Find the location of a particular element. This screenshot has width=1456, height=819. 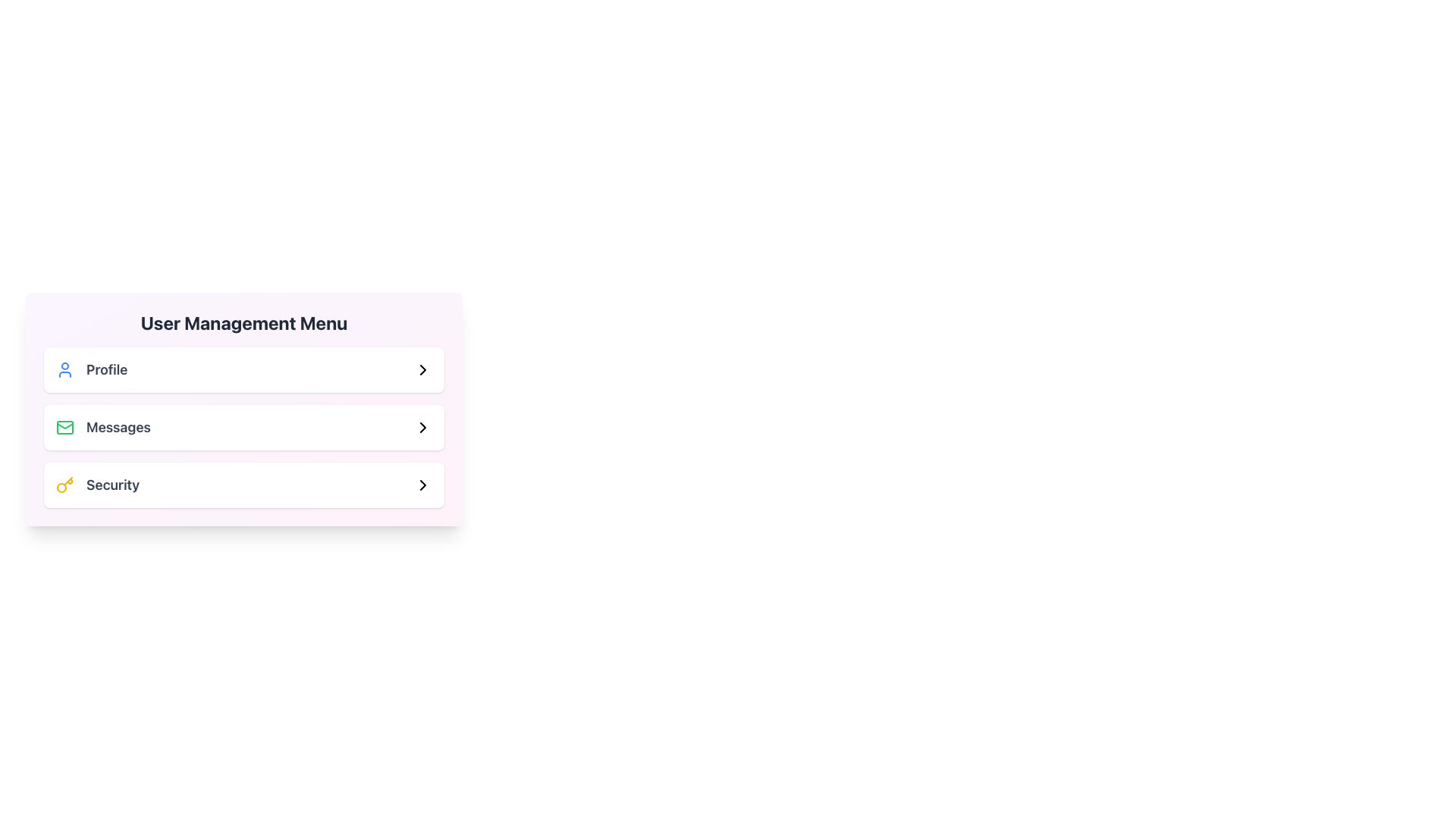

the 'Messages' menu item, which features a green envelope icon and bold dark gray text is located at coordinates (102, 427).